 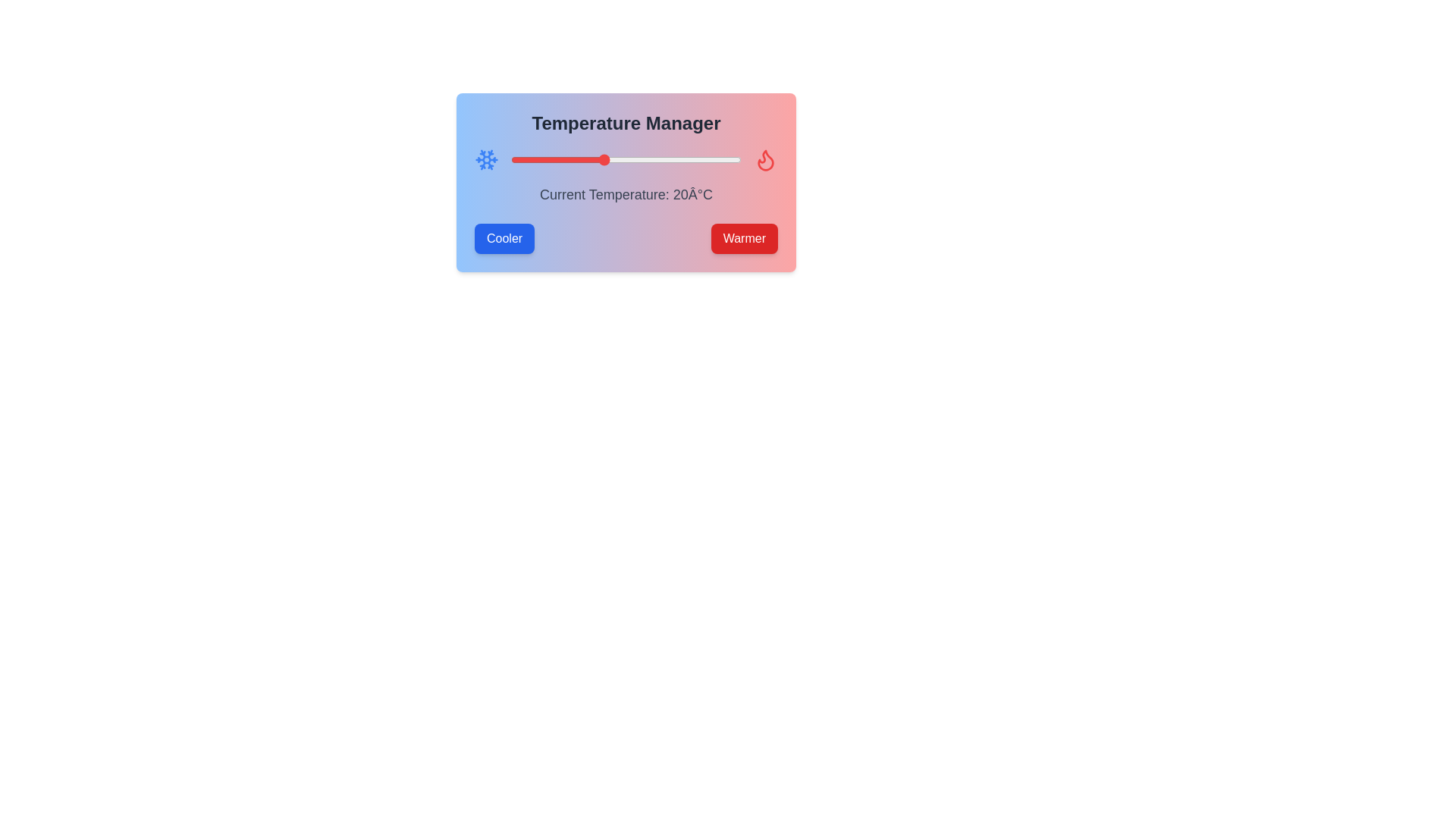 I want to click on the snowflake icon to interact with it, so click(x=487, y=160).